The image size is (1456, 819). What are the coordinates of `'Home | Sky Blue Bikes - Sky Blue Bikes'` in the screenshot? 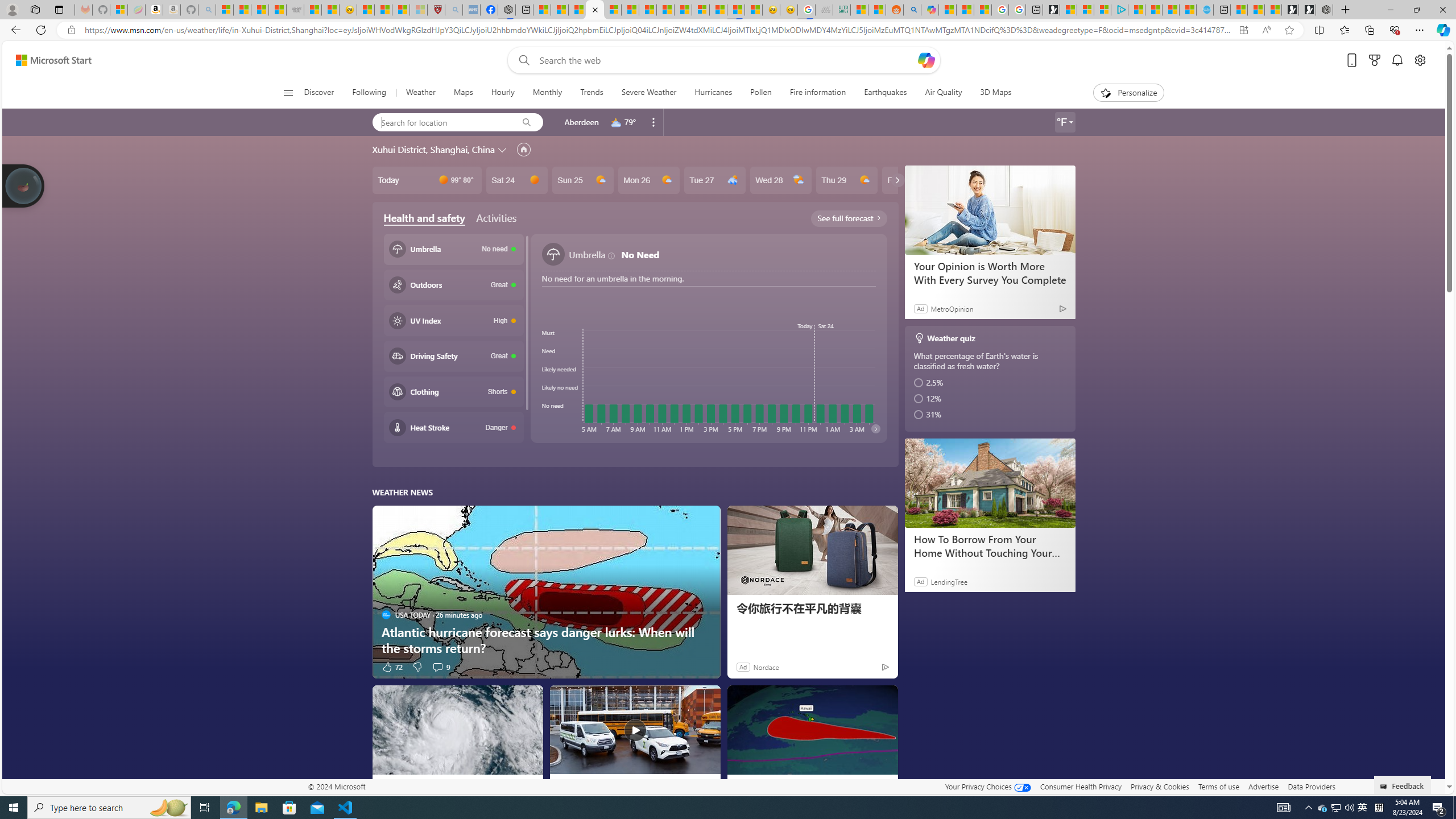 It's located at (1204, 9).